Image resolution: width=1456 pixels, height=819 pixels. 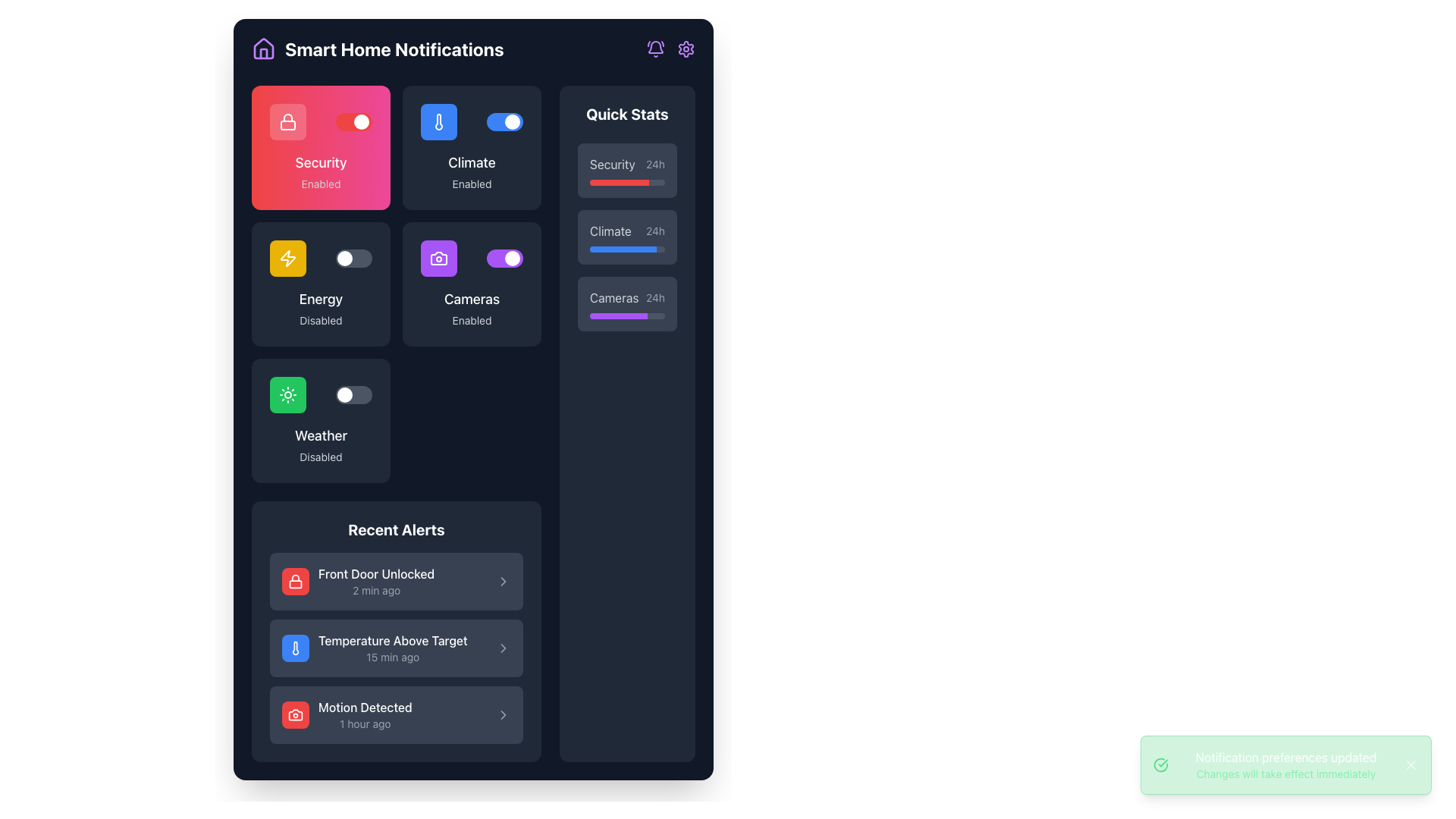 I want to click on security activity level, so click(x=594, y=181).